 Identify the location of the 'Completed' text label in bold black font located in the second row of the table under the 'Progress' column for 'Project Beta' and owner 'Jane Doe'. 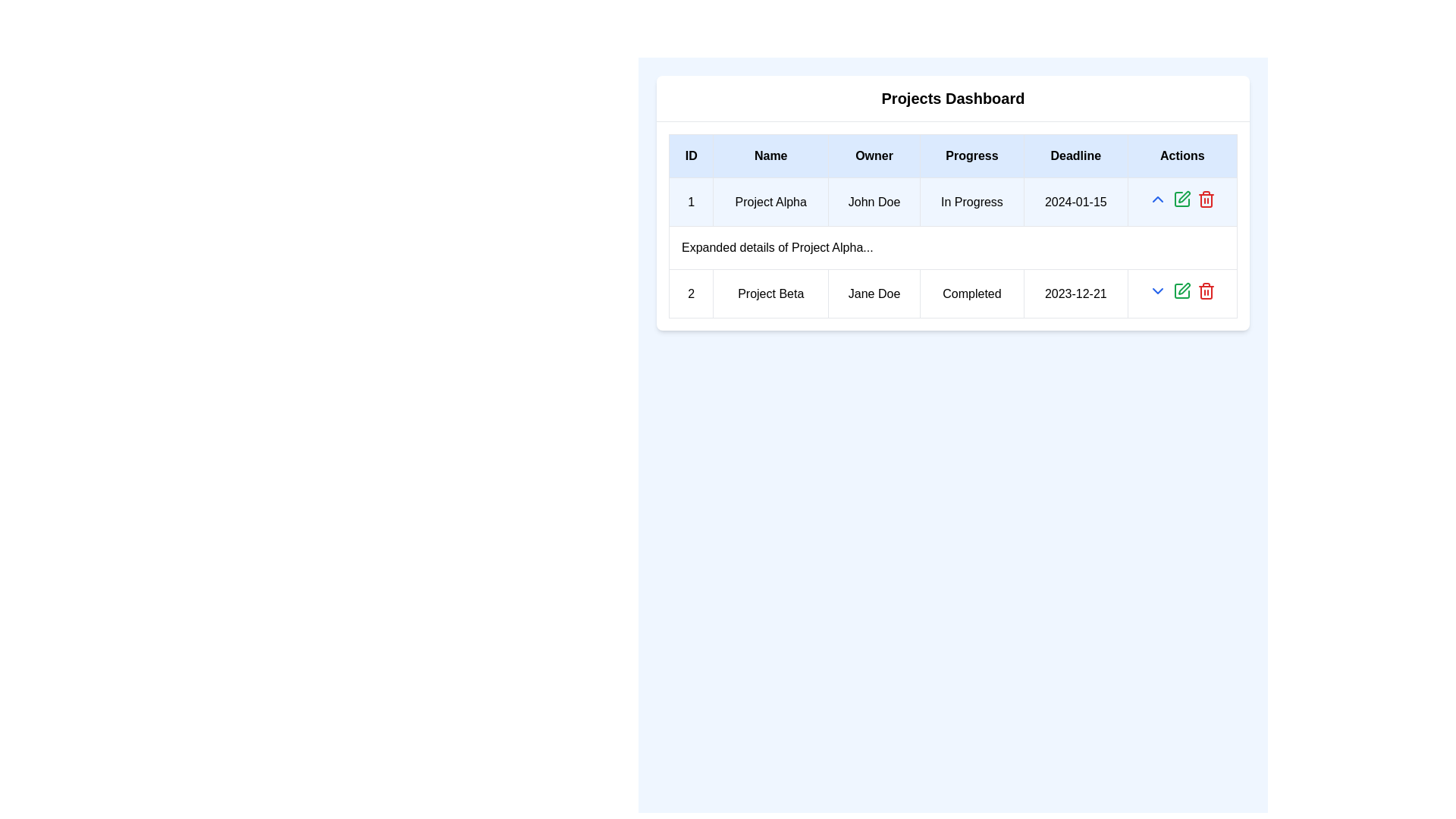
(971, 293).